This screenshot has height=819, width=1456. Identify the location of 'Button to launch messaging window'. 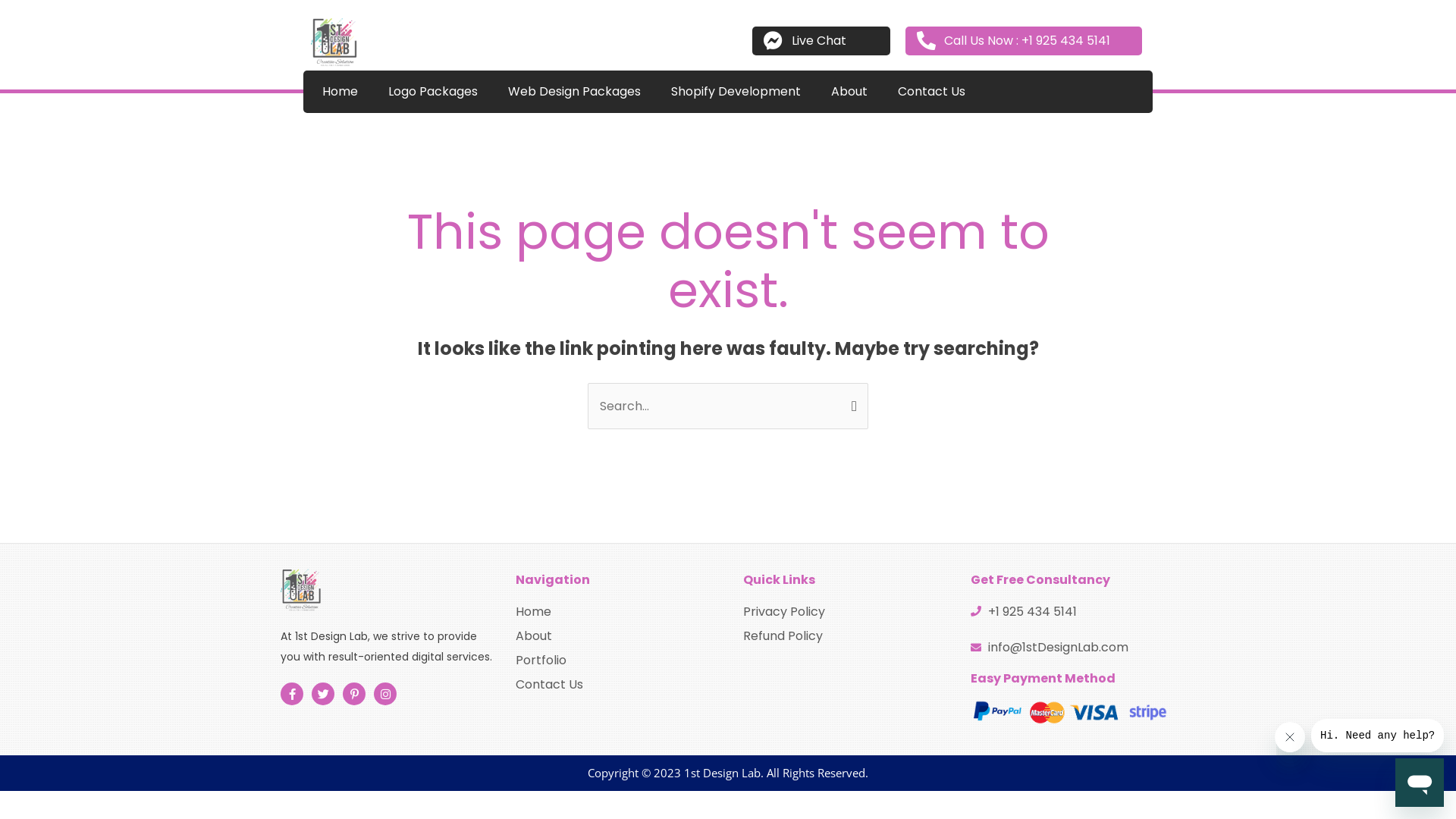
(1419, 783).